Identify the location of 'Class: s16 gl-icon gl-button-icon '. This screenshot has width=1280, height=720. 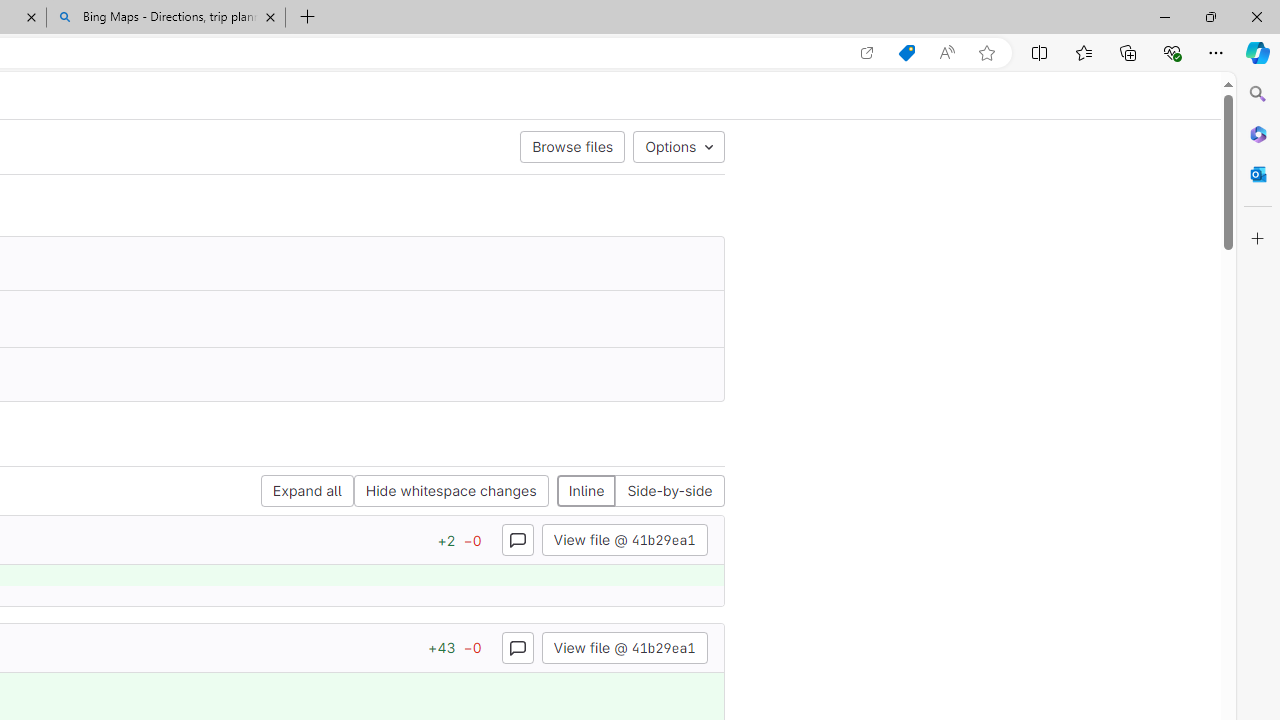
(517, 647).